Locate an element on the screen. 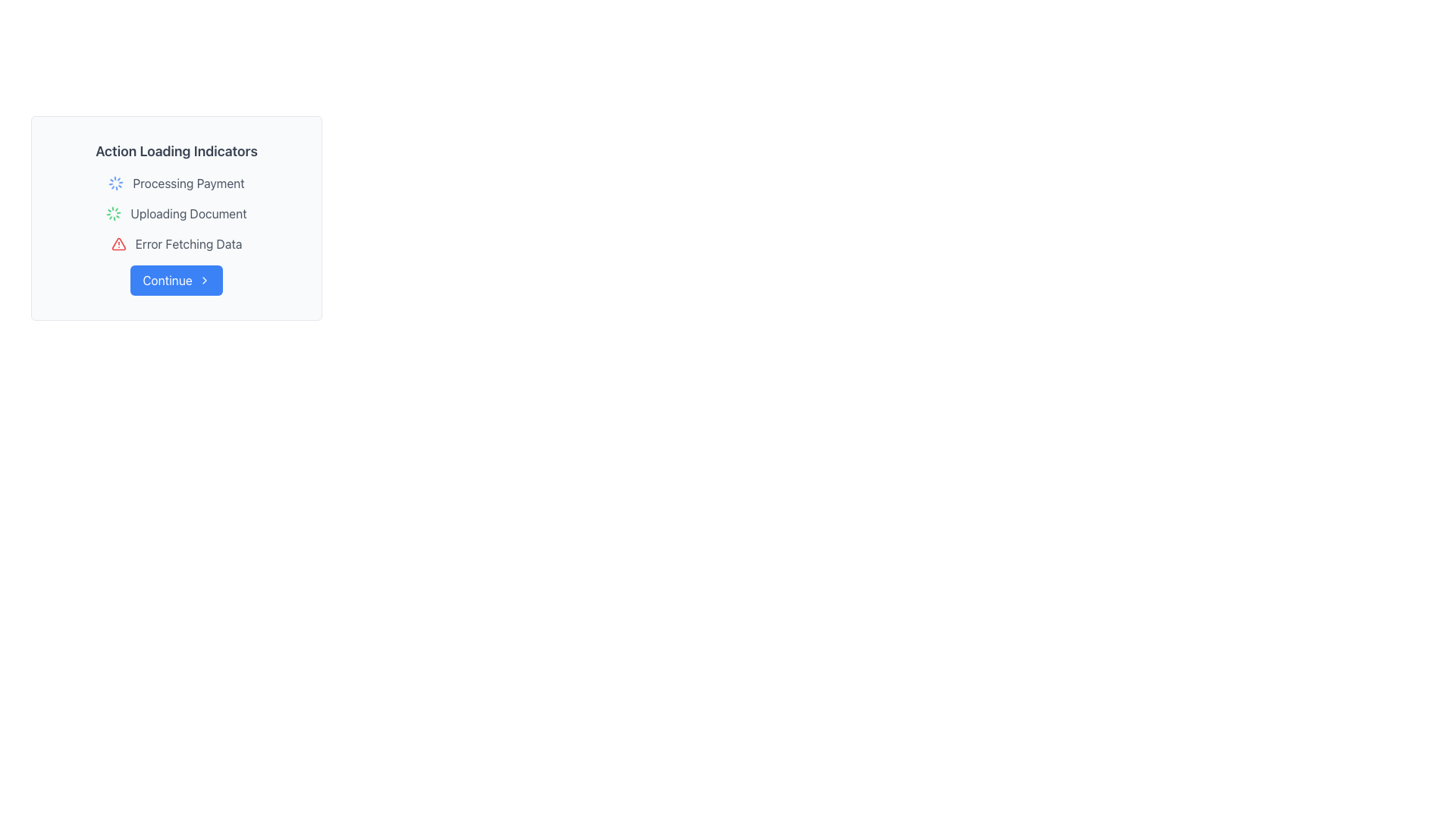 This screenshot has height=819, width=1456. the Text Label that indicates the document upload process is in progress, located in the centered white rectangular box labeled 'Action Loading Indicators' is located at coordinates (188, 213).